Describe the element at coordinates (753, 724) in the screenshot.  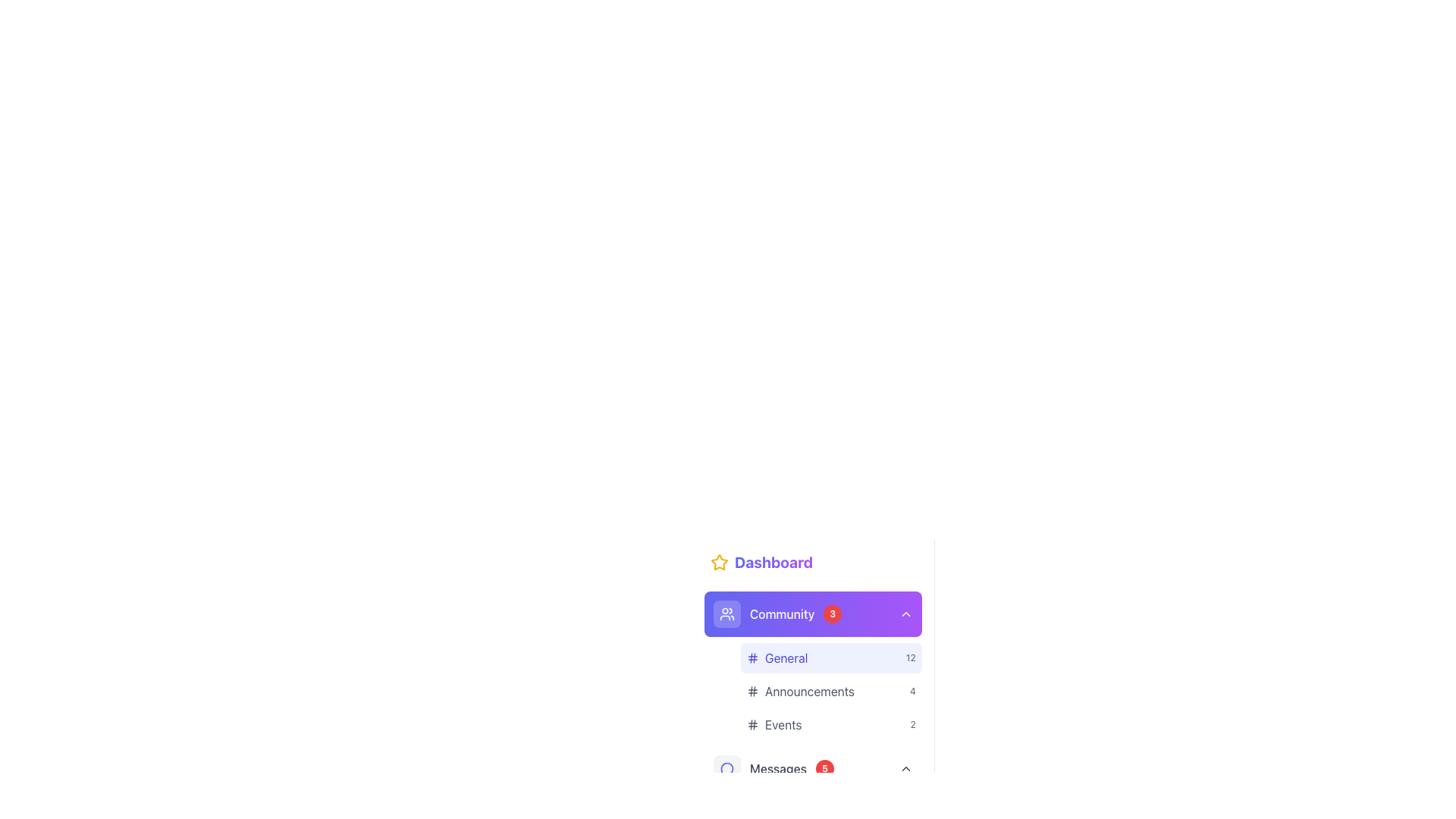
I see `the hash-like icon in the navigation menu associated with 'Events', which is located to the left of the text label` at that location.